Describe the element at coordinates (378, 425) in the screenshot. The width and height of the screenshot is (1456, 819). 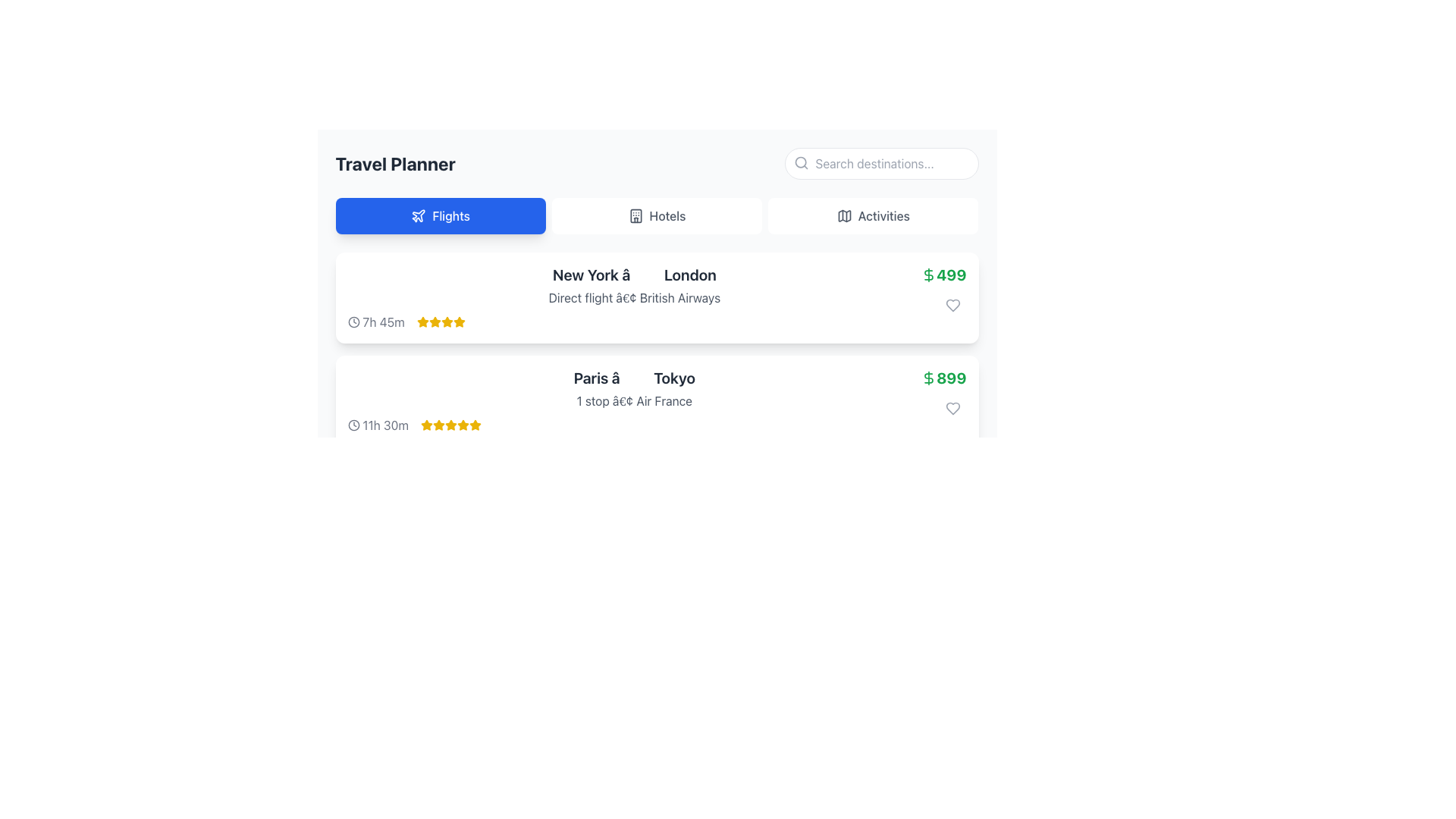
I see `duration displayed in the Text with icon component, which is located in the second row of flight options, positioned to the left of the star rating` at that location.